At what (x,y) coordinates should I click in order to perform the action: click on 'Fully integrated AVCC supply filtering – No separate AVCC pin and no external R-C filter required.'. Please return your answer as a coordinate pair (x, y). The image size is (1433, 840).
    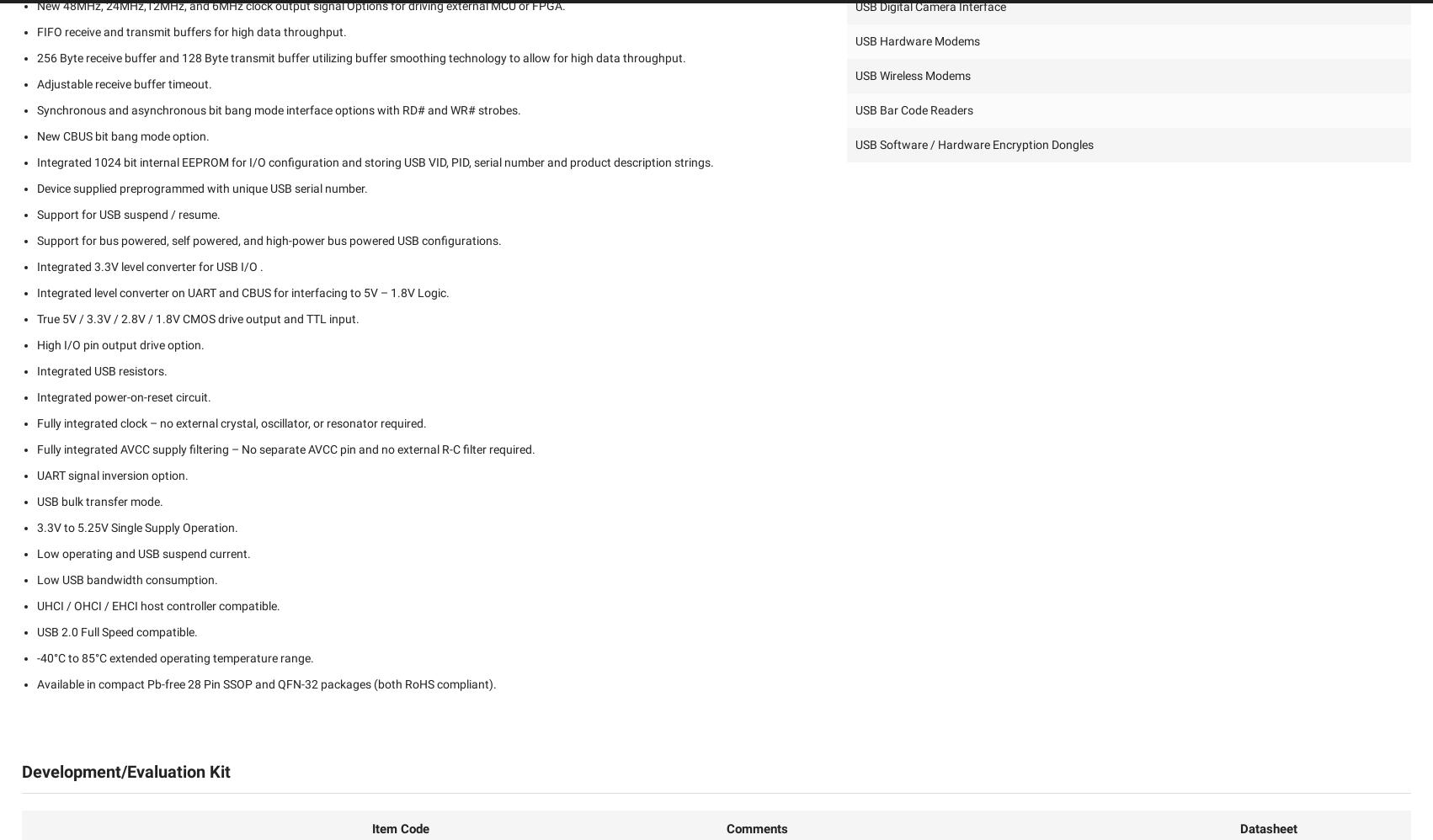
    Looking at the image, I should click on (286, 449).